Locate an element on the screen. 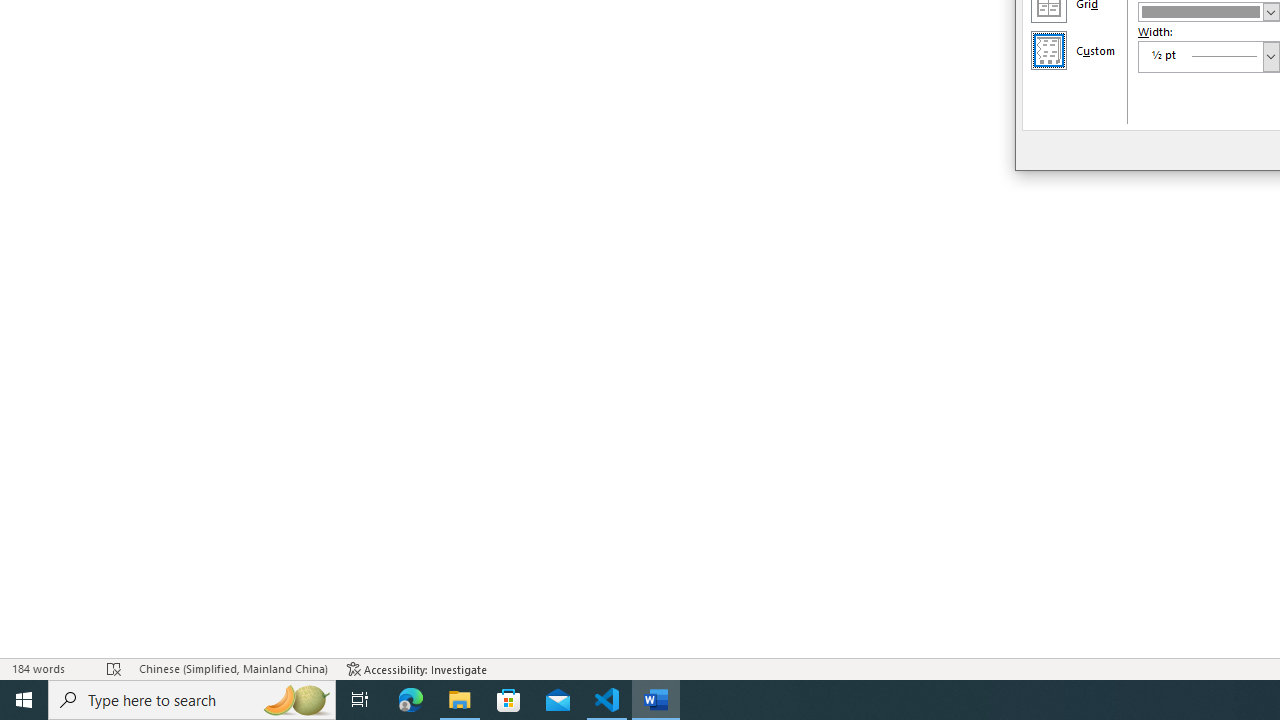 This screenshot has width=1280, height=720. 'Word Count 184 words' is located at coordinates (49, 669).